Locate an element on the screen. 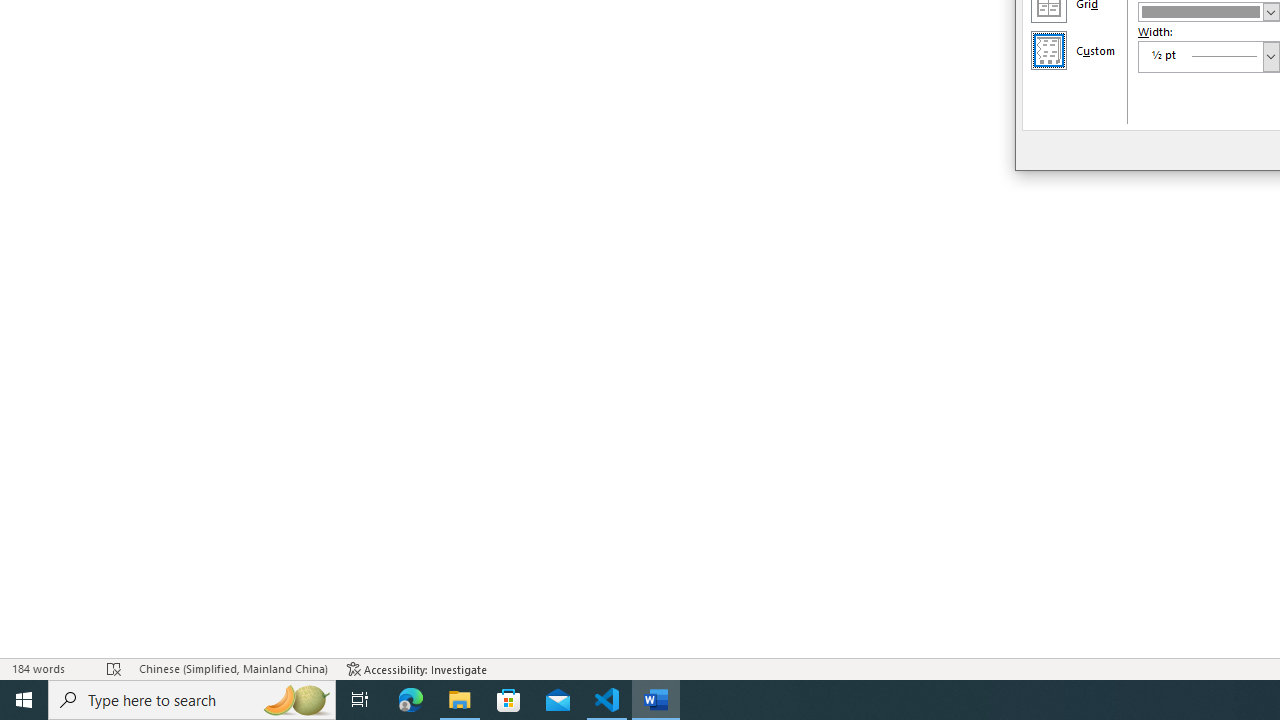 This screenshot has width=1280, height=720. 'Word Count 184 words' is located at coordinates (49, 669).